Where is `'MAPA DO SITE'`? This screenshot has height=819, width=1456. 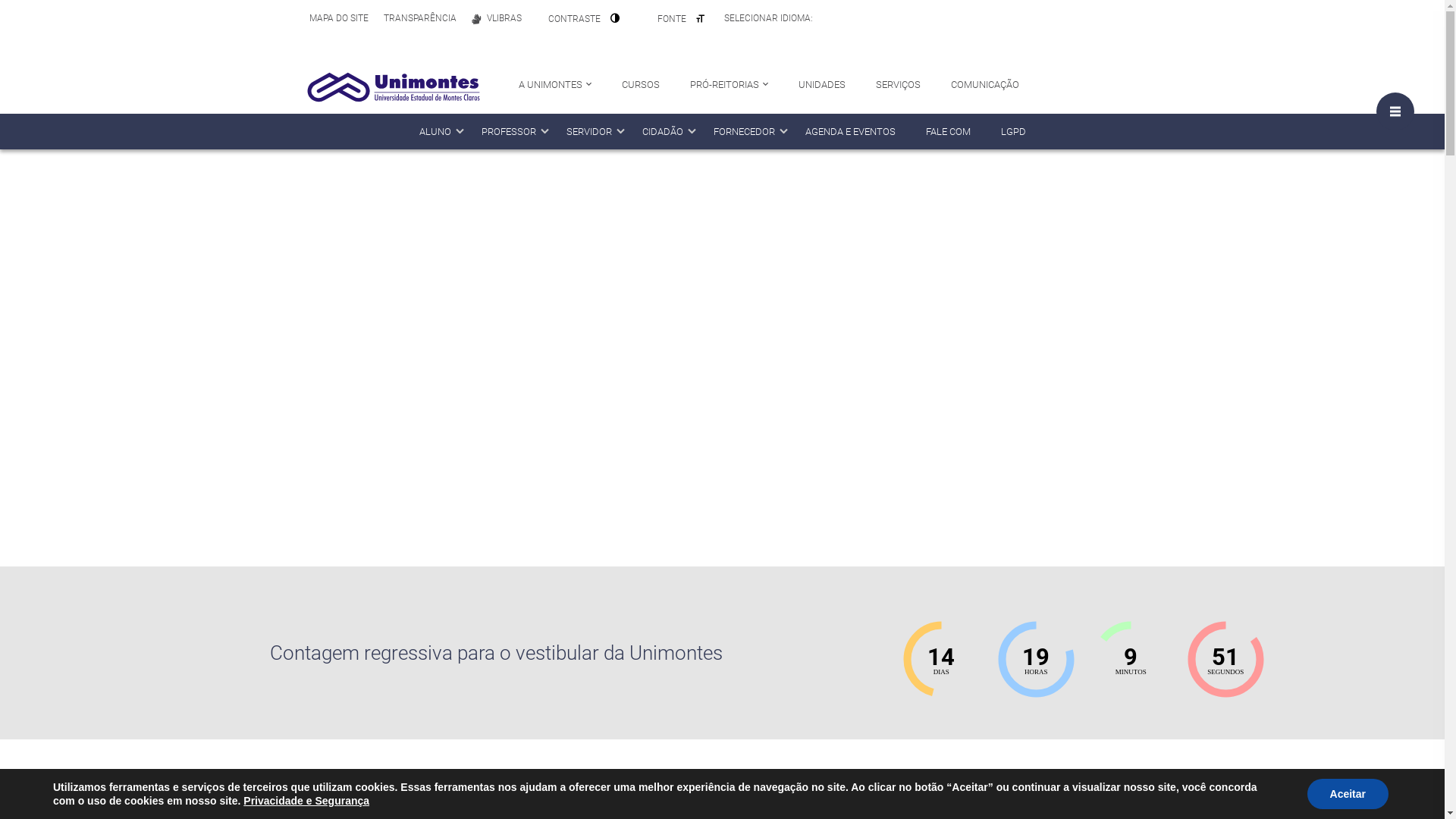
'MAPA DO SITE' is located at coordinates (337, 18).